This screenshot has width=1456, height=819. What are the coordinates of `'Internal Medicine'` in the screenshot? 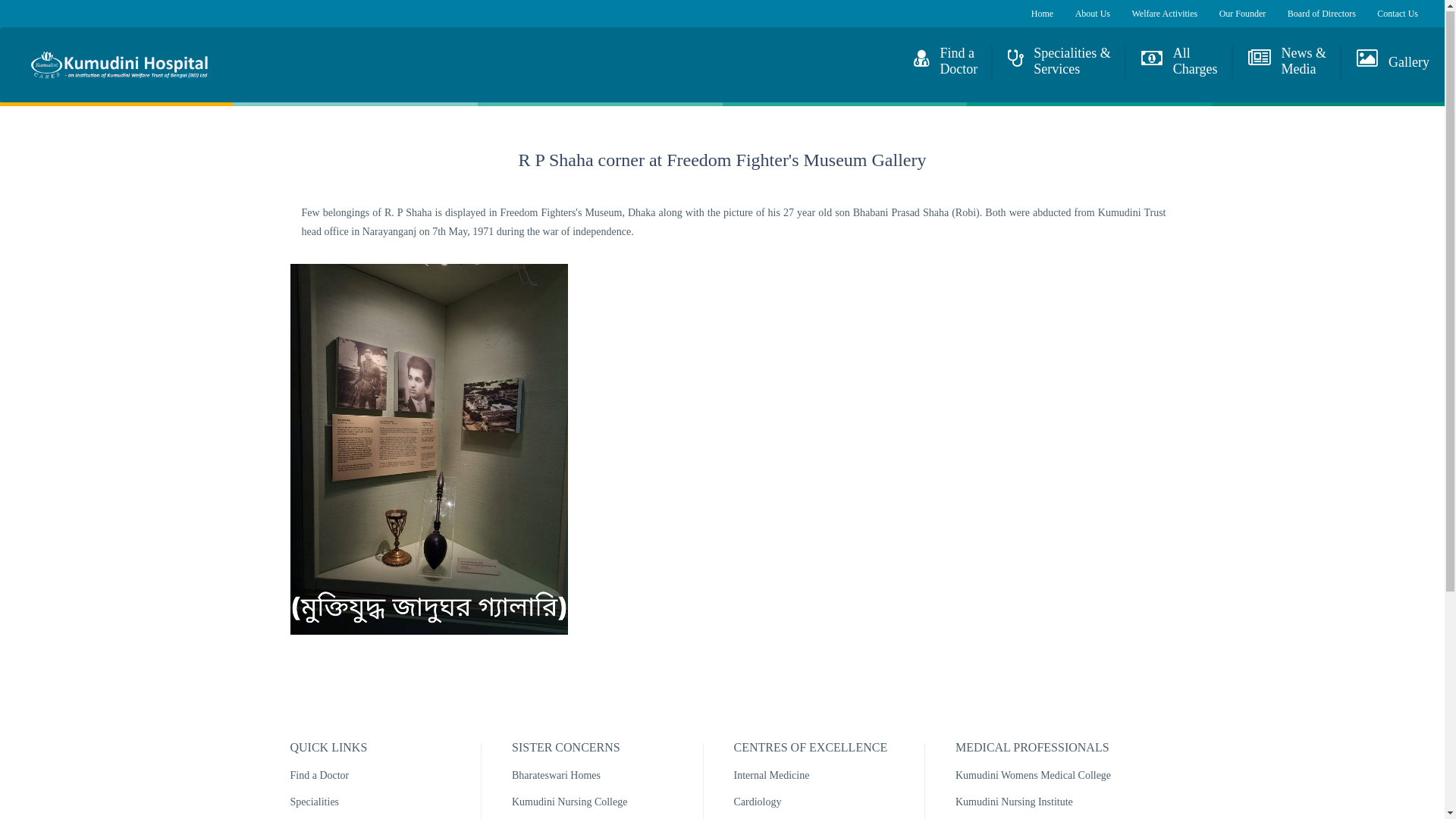 It's located at (734, 776).